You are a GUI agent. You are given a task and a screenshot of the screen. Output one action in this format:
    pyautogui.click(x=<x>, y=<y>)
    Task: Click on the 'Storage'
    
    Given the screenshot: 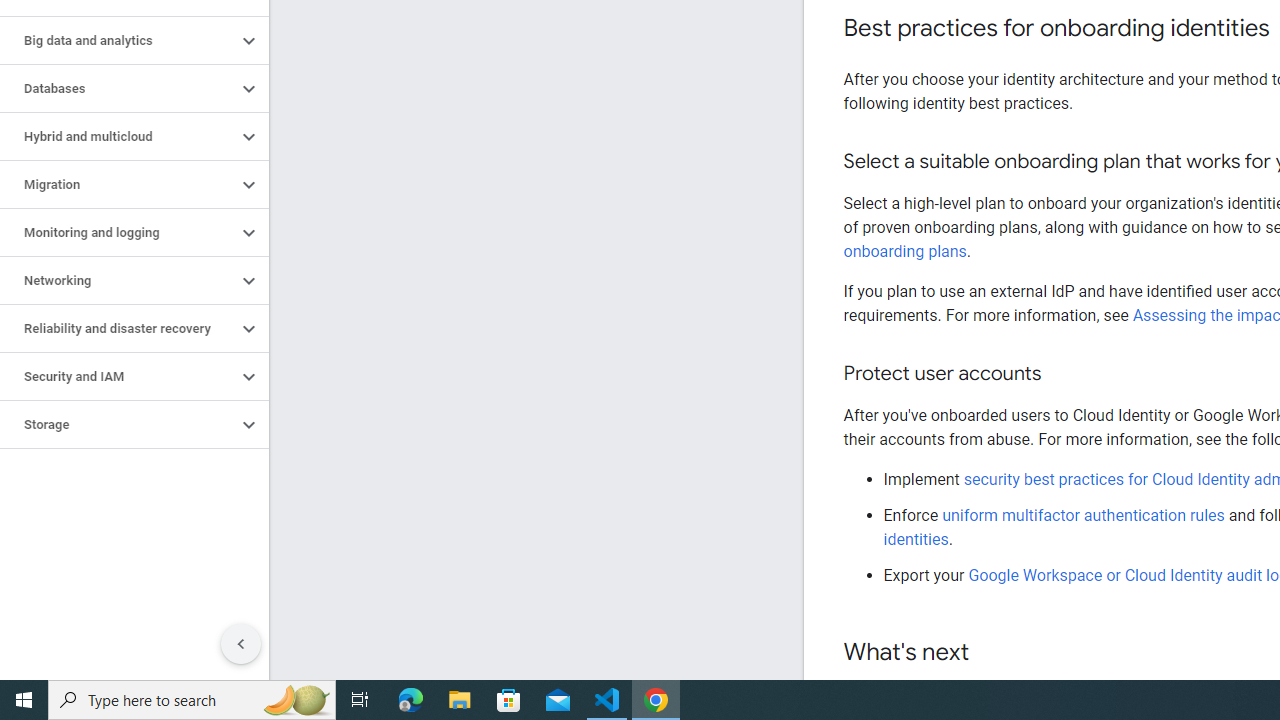 What is the action you would take?
    pyautogui.click(x=117, y=424)
    